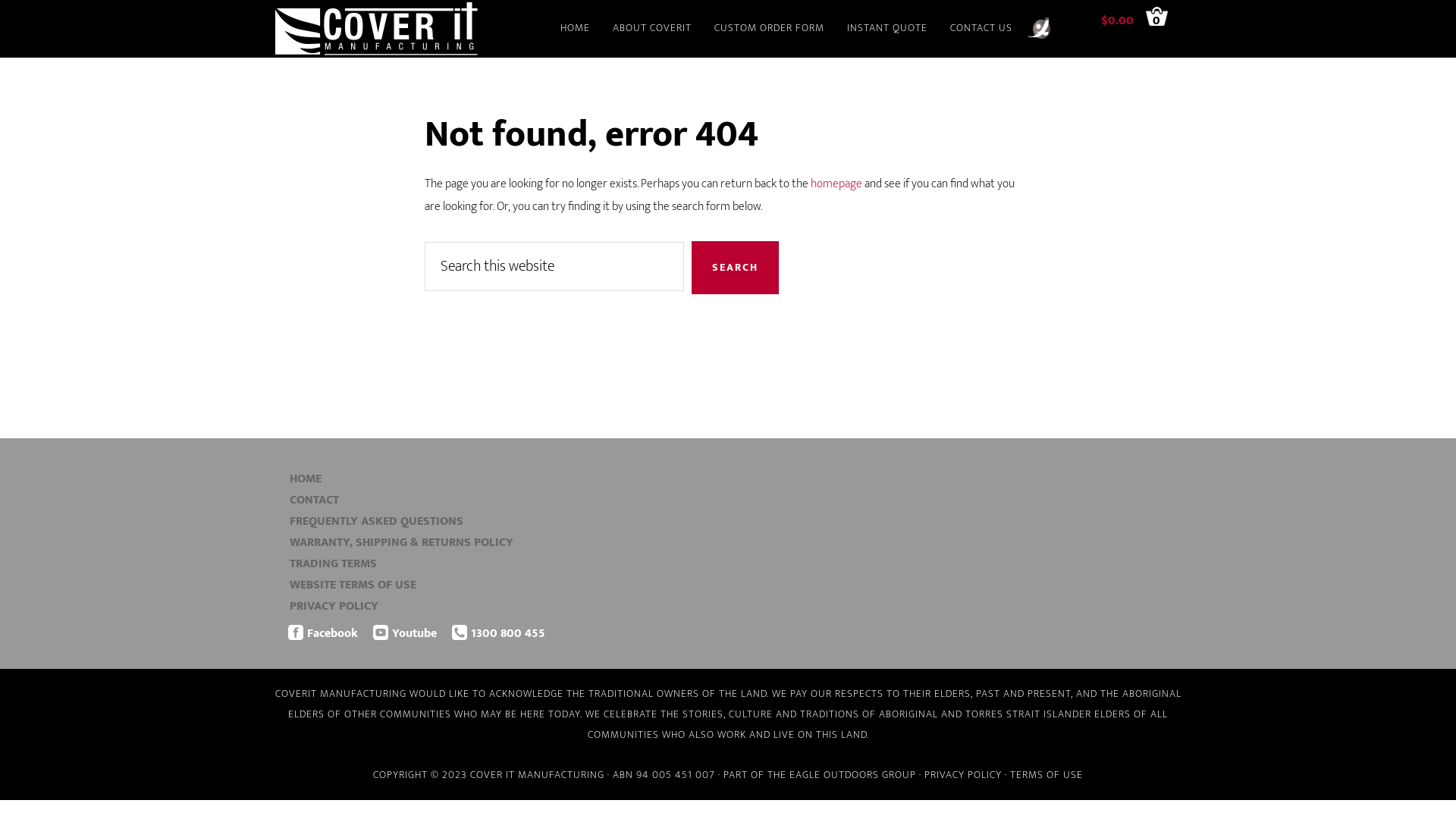 Image resolution: width=1456 pixels, height=819 pixels. What do you see at coordinates (735, 267) in the screenshot?
I see `'Search'` at bounding box center [735, 267].